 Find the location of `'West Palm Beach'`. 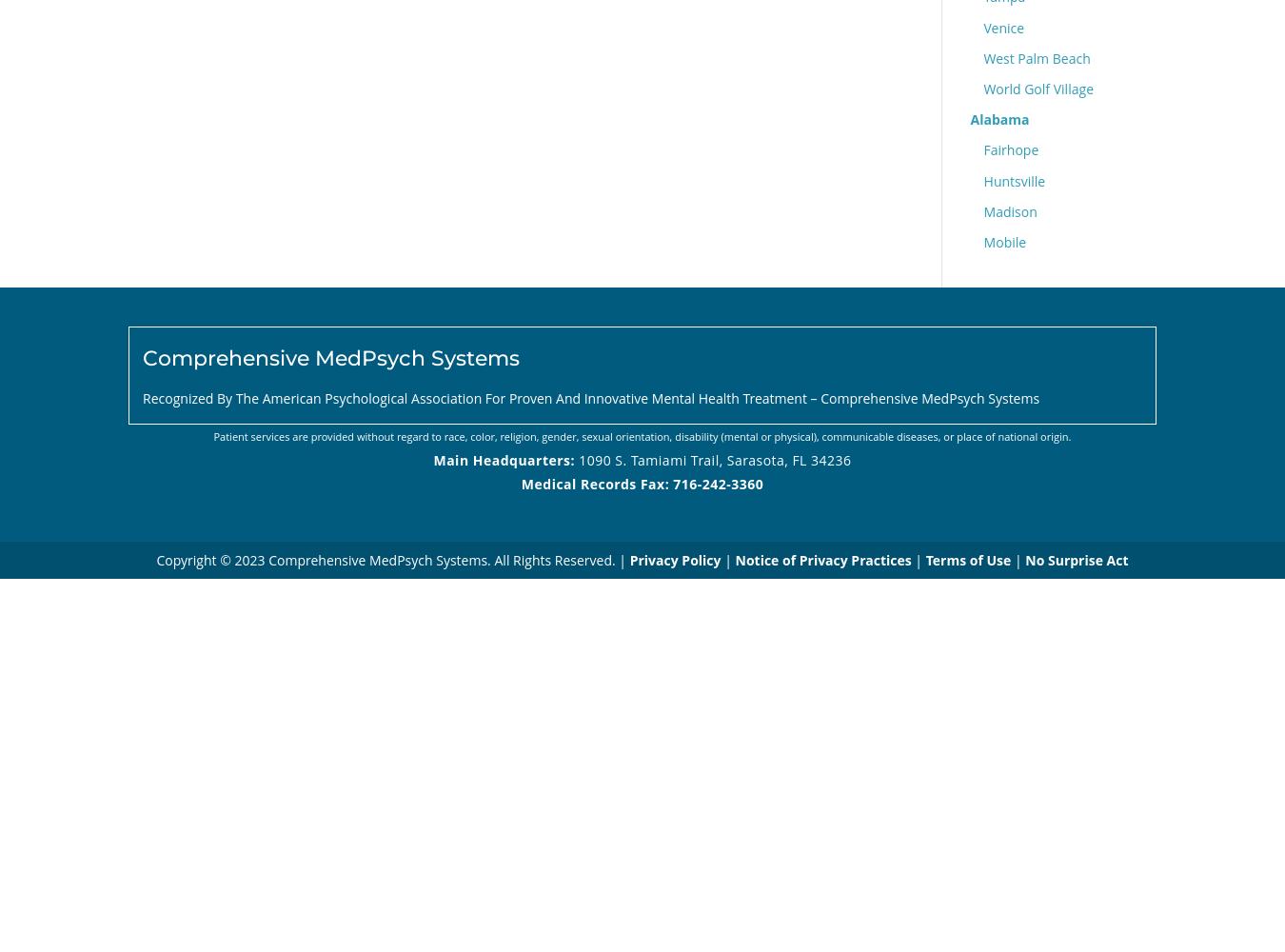

'West Palm Beach' is located at coordinates (1037, 57).